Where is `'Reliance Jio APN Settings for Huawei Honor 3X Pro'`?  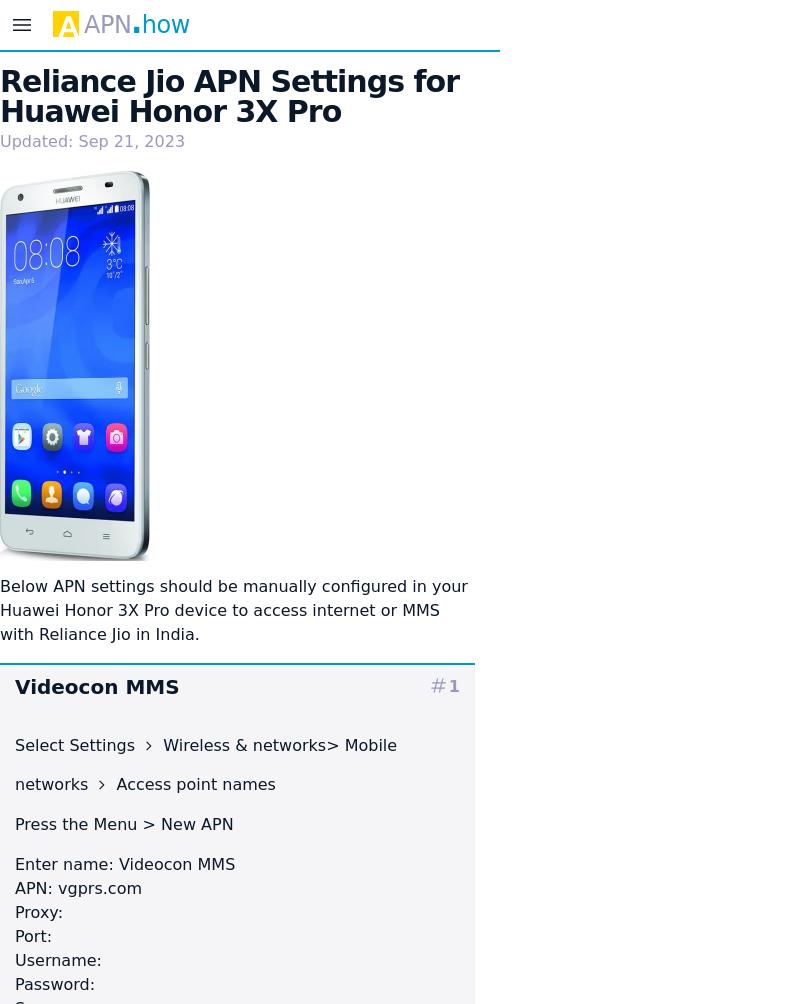 'Reliance Jio APN Settings for Huawei Honor 3X Pro' is located at coordinates (229, 96).